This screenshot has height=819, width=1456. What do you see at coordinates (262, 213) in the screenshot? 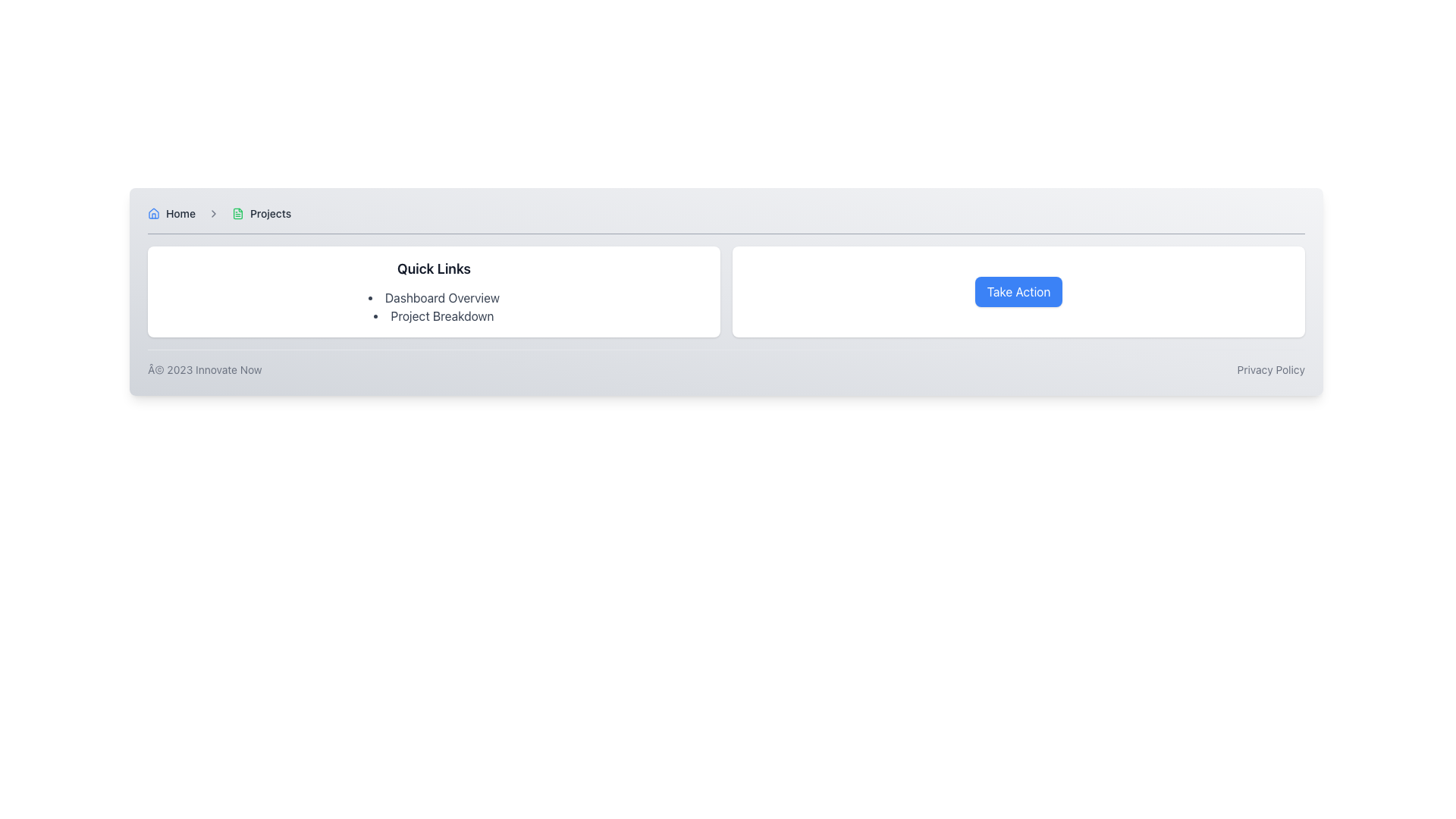
I see `the Breadcrumb navigation item labeled 'Projects' which includes a green document icon and is positioned to the right of the 'Home' text and icon` at bounding box center [262, 213].